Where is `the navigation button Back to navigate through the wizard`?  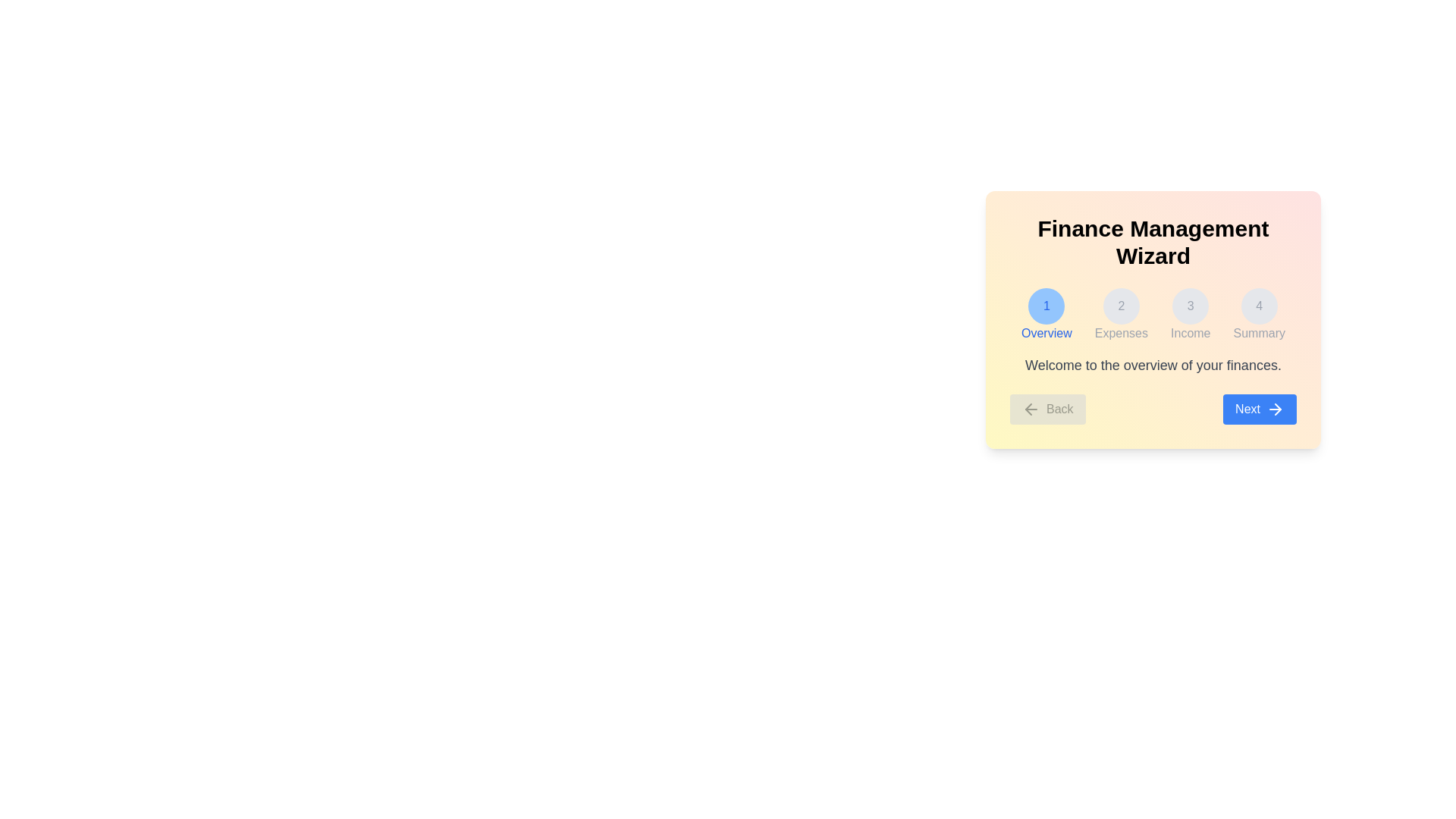 the navigation button Back to navigate through the wizard is located at coordinates (1046, 409).